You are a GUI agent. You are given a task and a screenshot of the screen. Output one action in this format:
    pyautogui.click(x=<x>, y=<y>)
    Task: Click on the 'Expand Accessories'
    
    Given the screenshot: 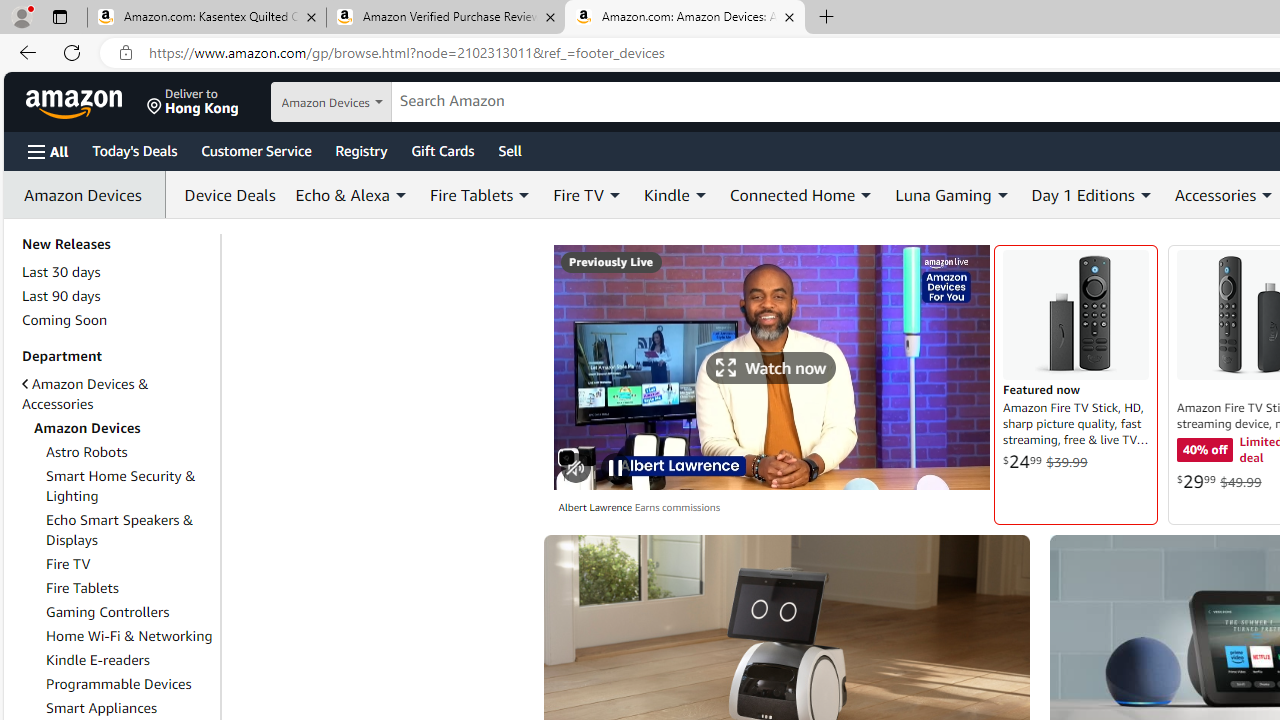 What is the action you would take?
    pyautogui.click(x=1266, y=195)
    